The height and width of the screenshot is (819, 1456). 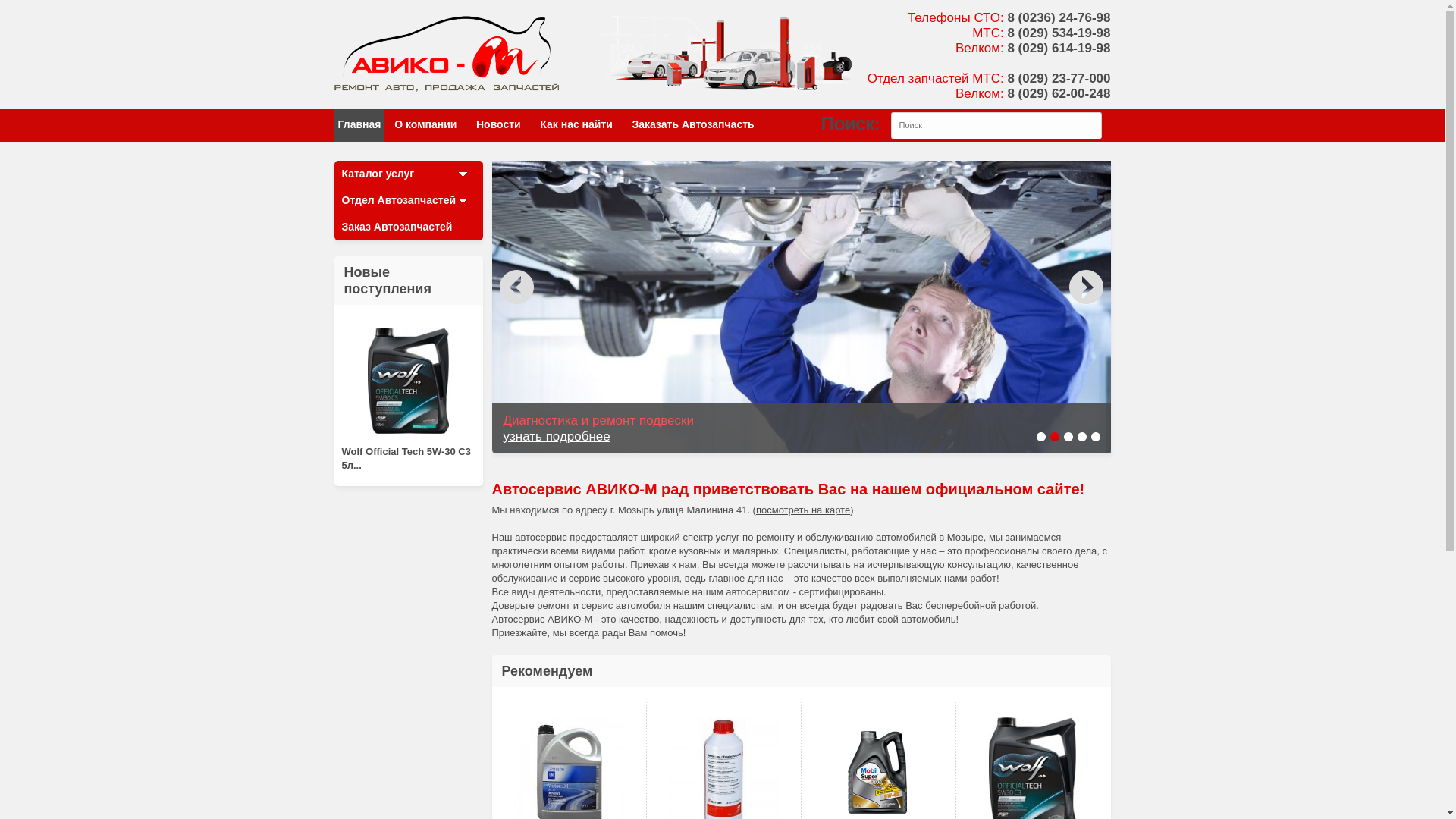 What do you see at coordinates (1040, 436) in the screenshot?
I see `'1'` at bounding box center [1040, 436].